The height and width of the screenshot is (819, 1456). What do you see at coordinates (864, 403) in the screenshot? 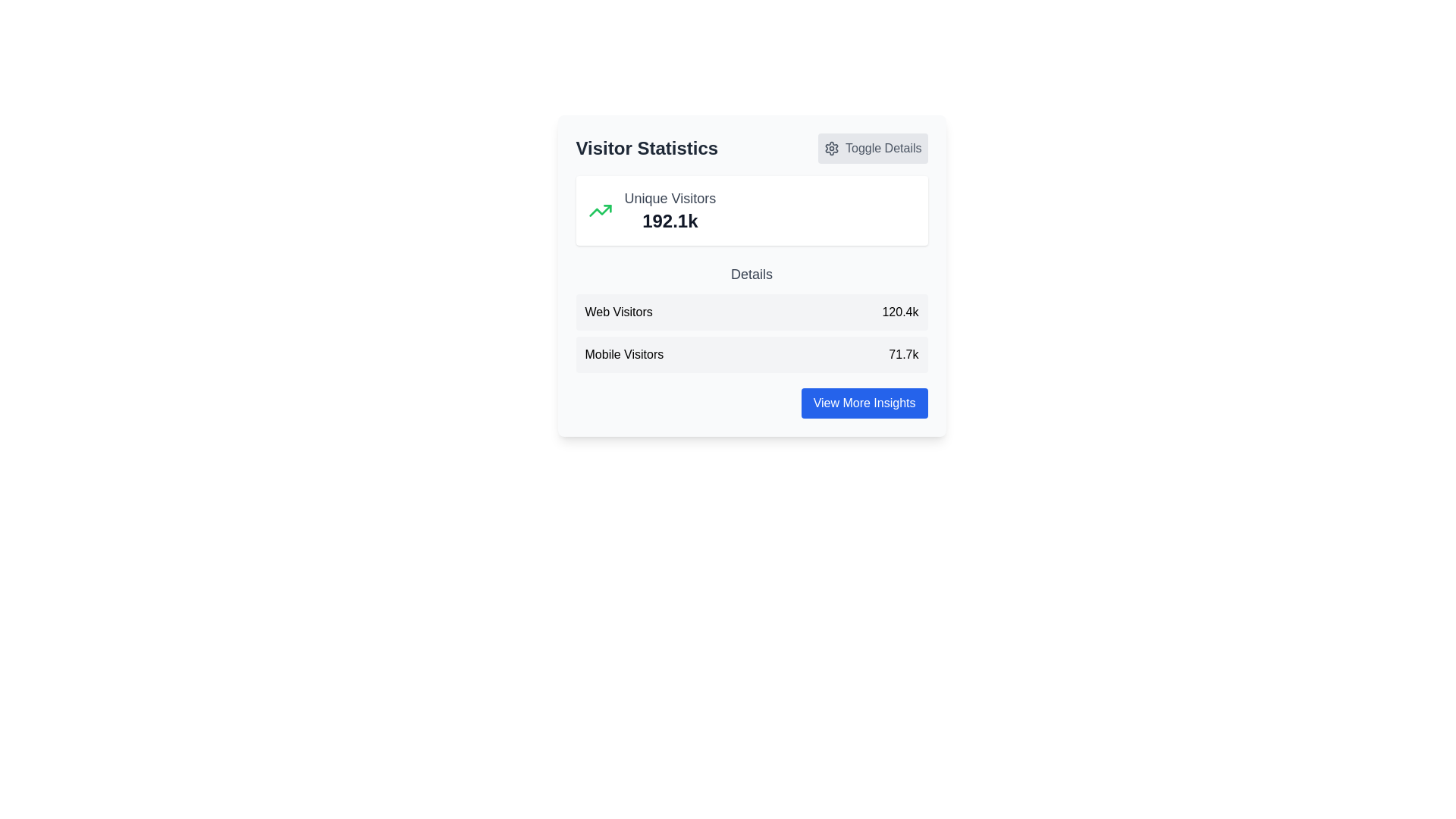
I see `the 'View More Insights' button with a blue background and white text` at bounding box center [864, 403].